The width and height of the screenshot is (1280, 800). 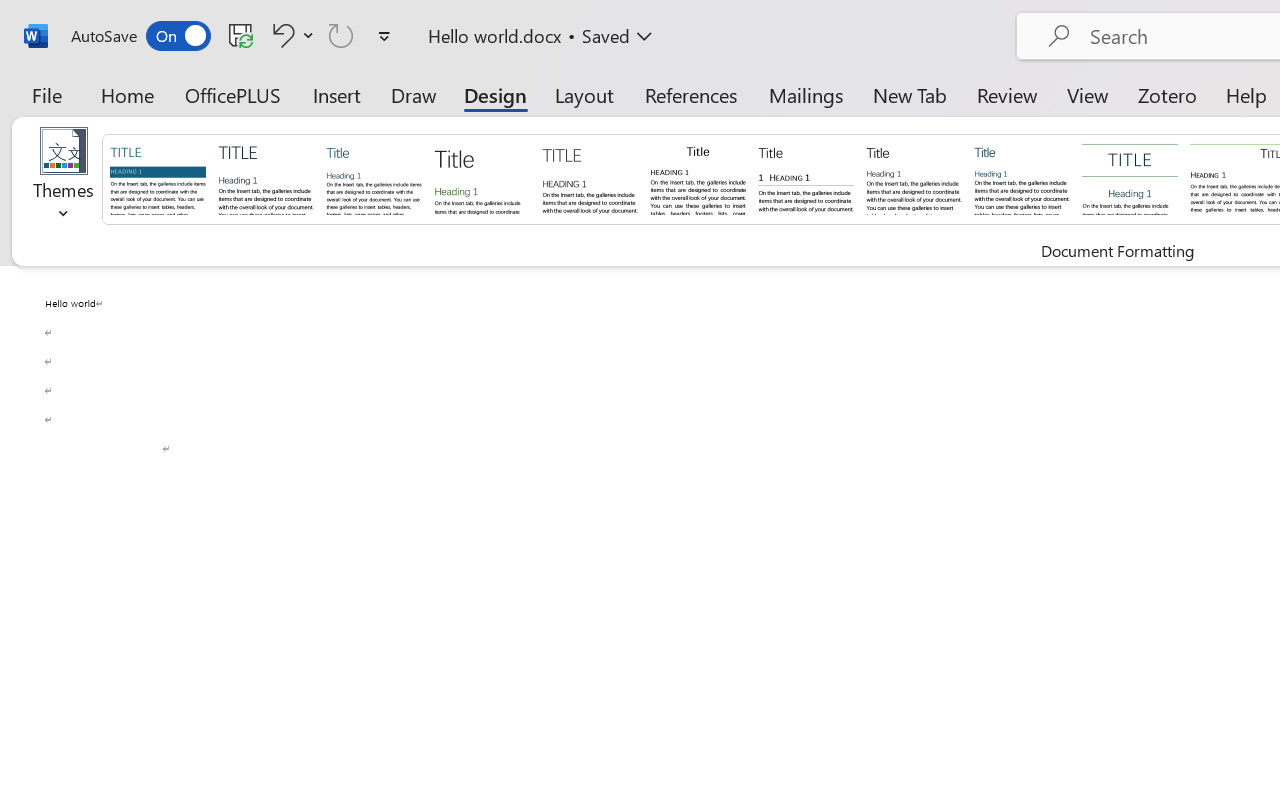 What do you see at coordinates (495, 94) in the screenshot?
I see `'Design'` at bounding box center [495, 94].